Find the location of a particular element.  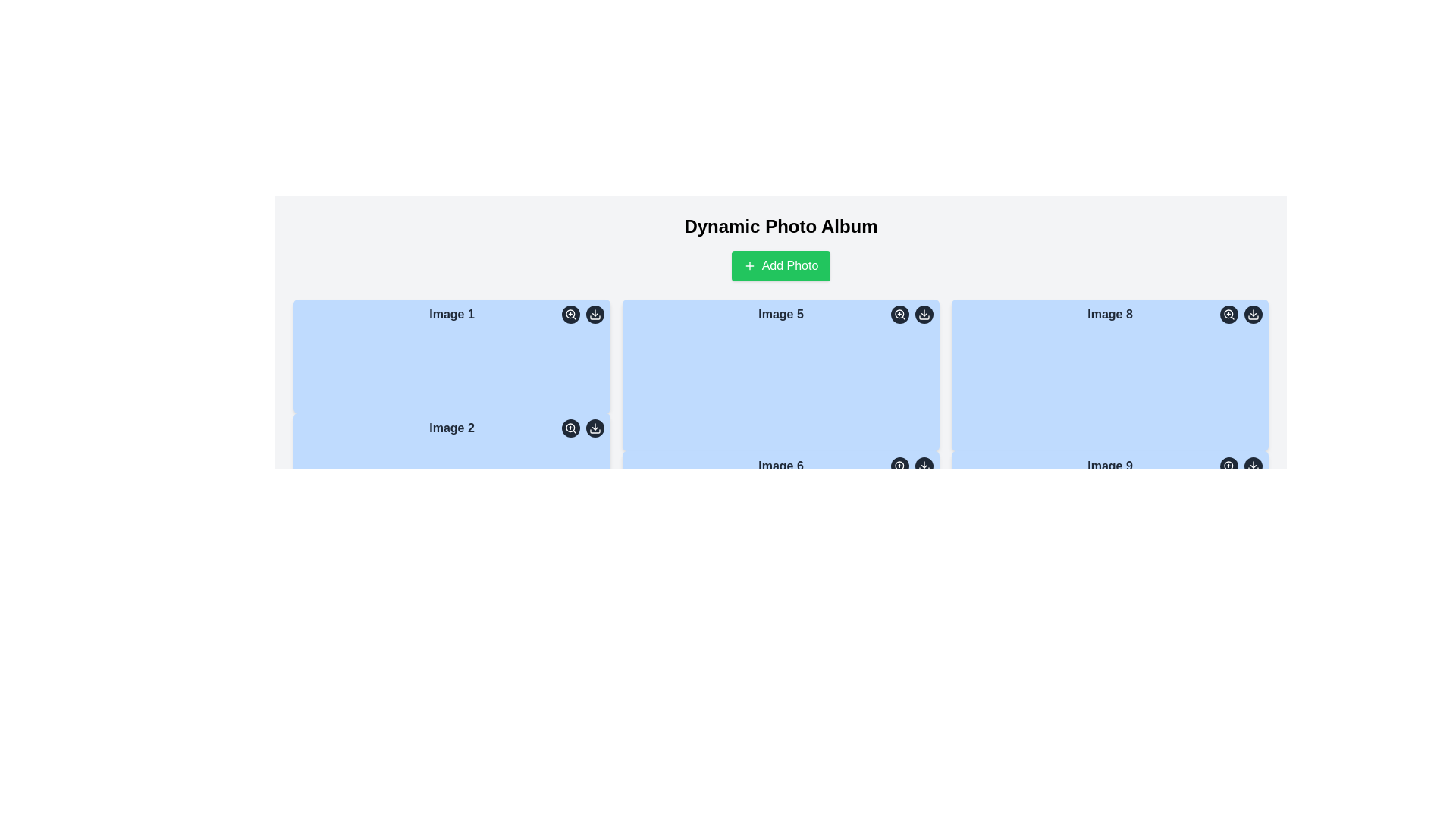

the download icon button located at the bottom-right corner of the tile representing 'Image 9' to initiate a download is located at coordinates (1253, 465).